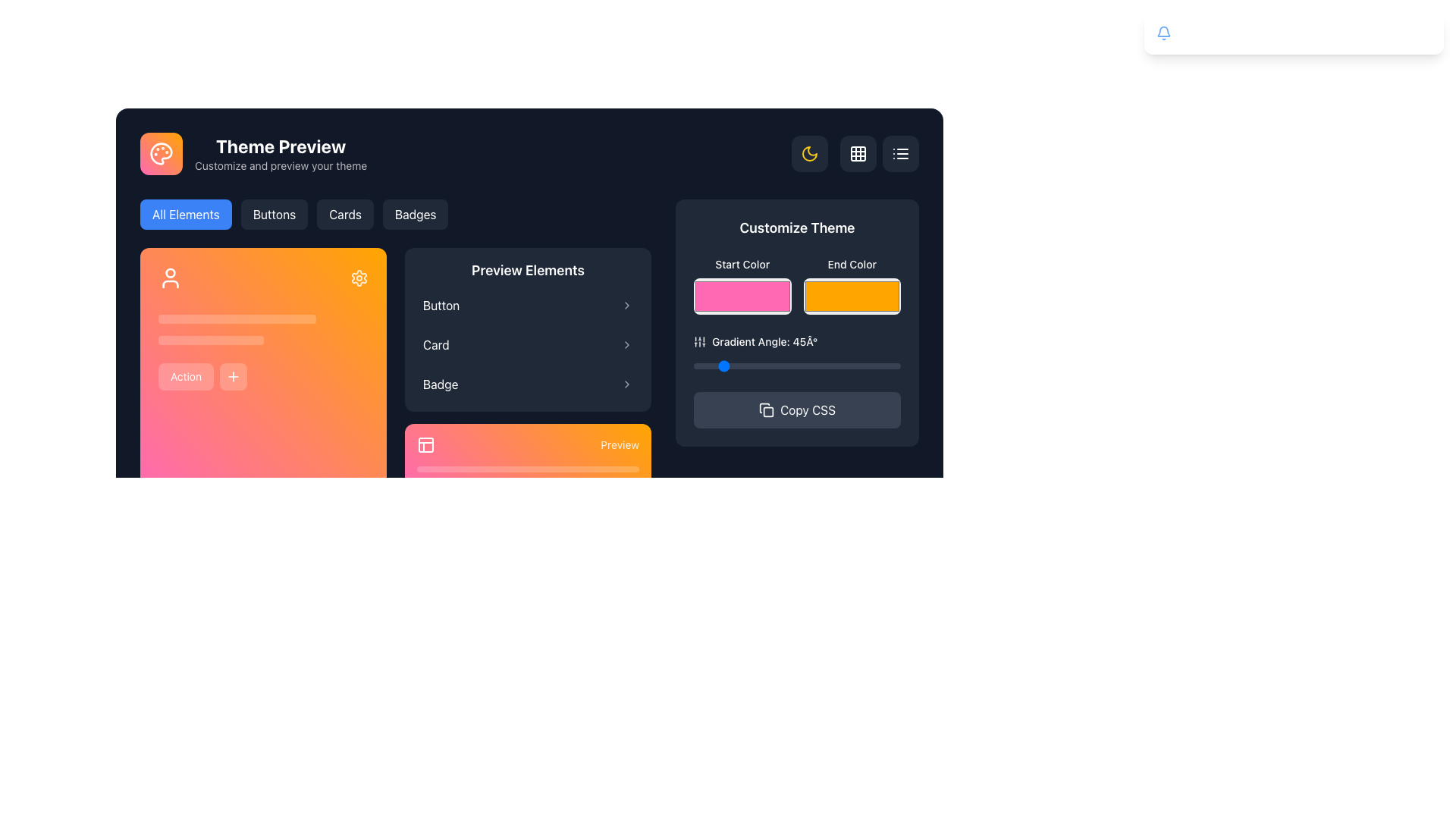  What do you see at coordinates (790, 366) in the screenshot?
I see `the slider value` at bounding box center [790, 366].